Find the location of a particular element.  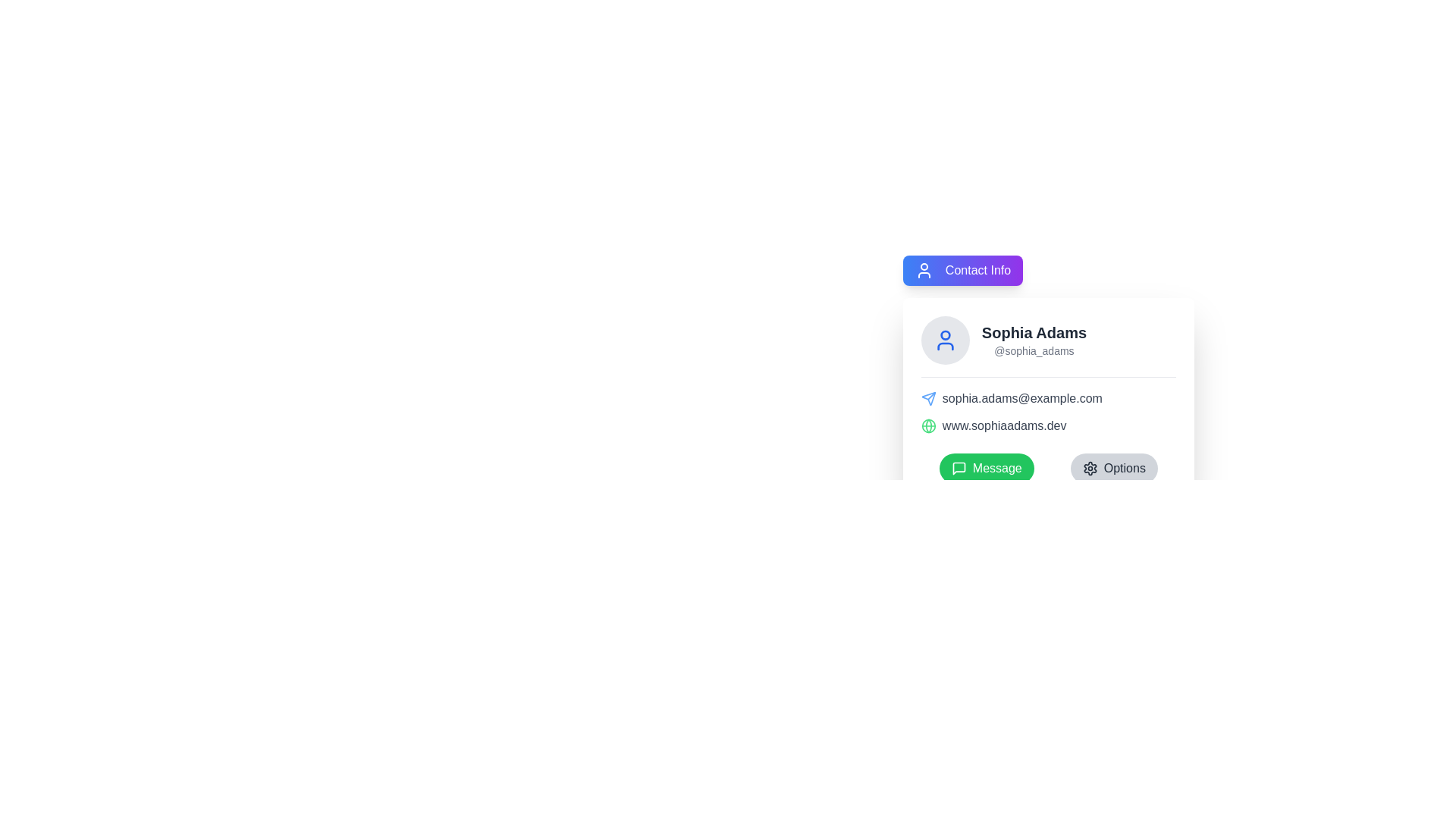

the messaging icon located to the immediate left of the blue text 'sophia.adams@example.com' is located at coordinates (927, 397).